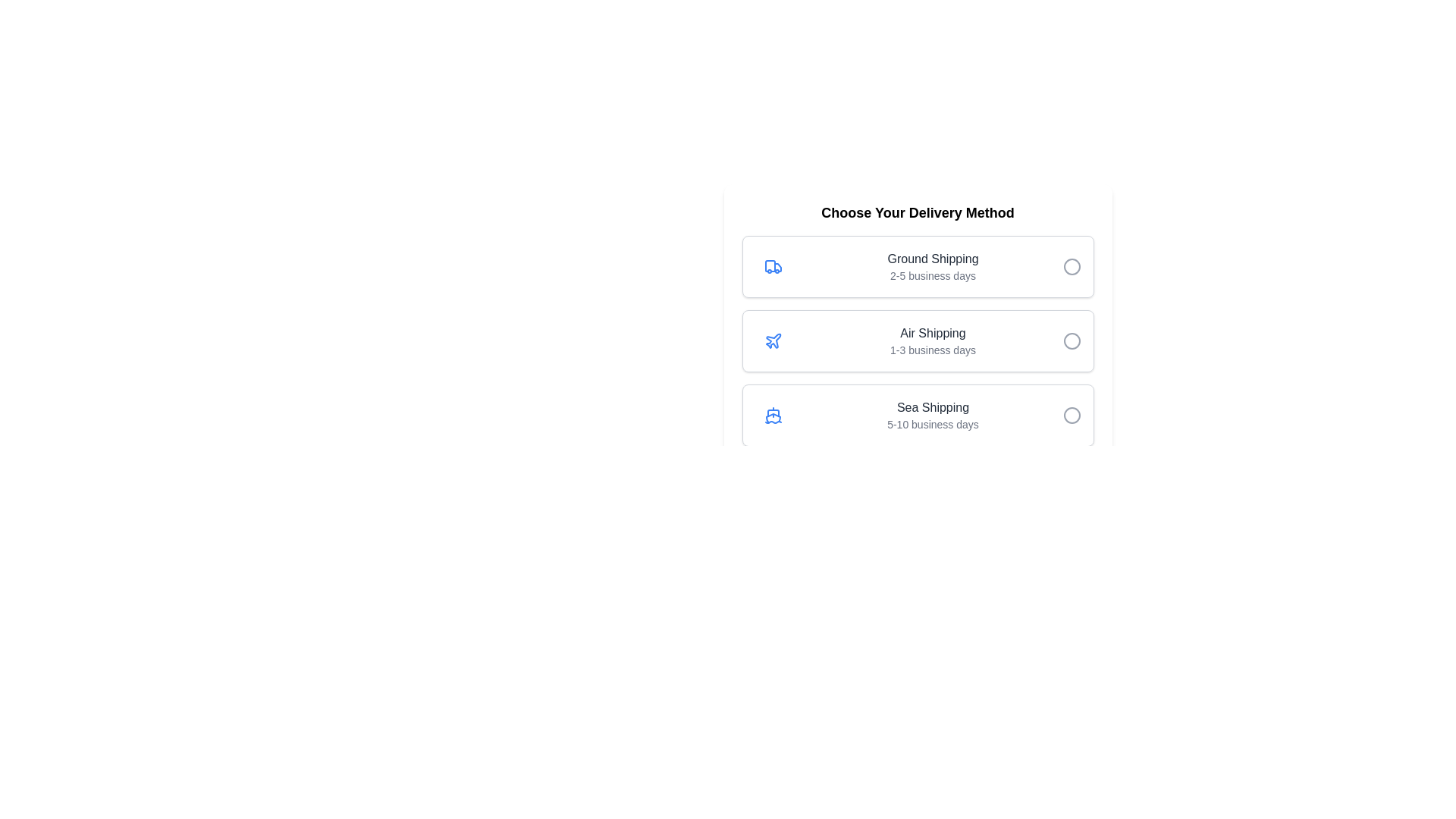 The image size is (1456, 819). Describe the element at coordinates (773, 341) in the screenshot. I see `the air shipping icon, which is the leftmost icon in the delivery method selection under 'Choose Your Delivery Method'` at that location.